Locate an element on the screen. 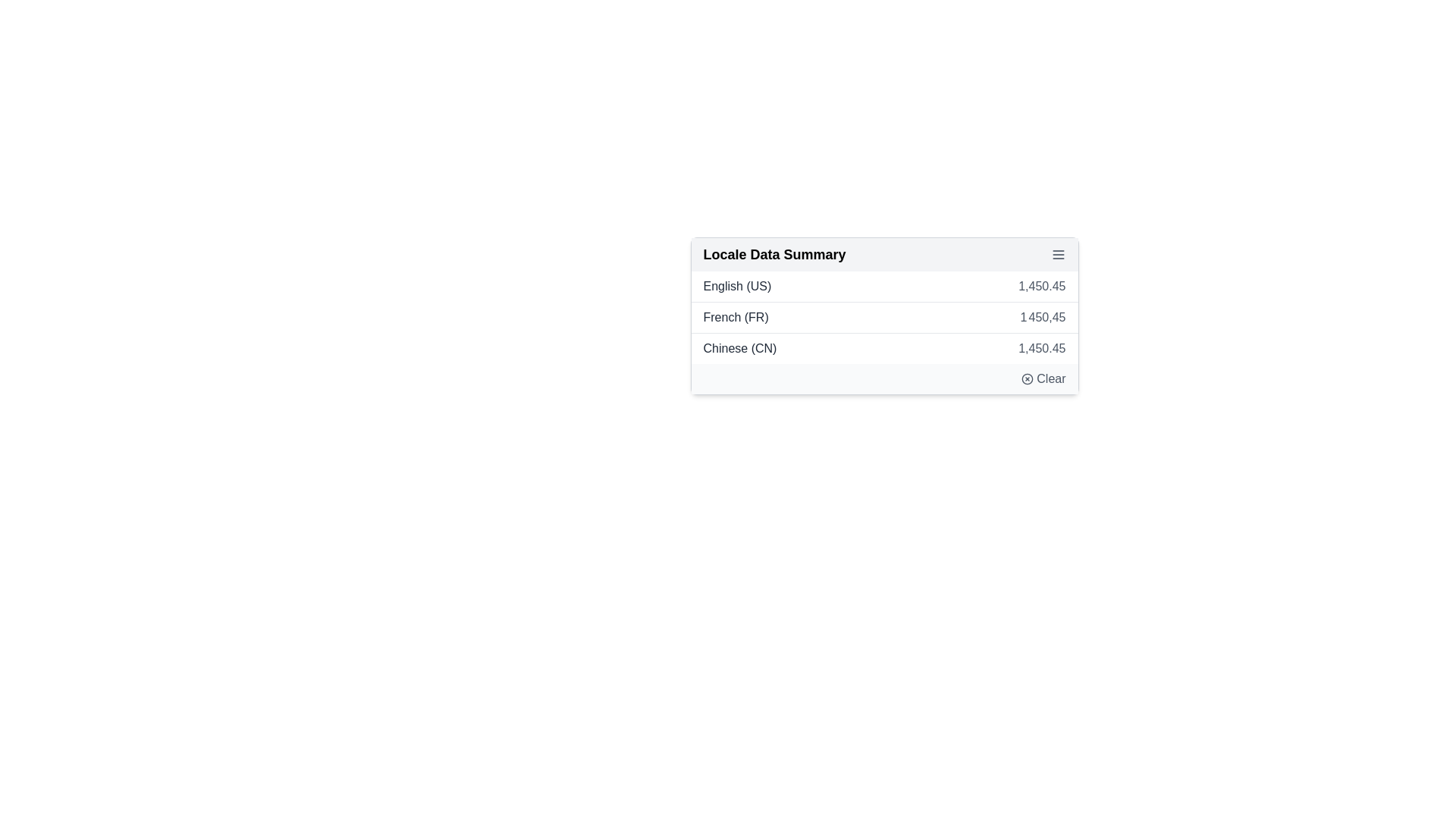 The height and width of the screenshot is (819, 1456). text label indicating the language option 'English (US)' located in the first row of the list-like component, aligned to the left is located at coordinates (737, 287).